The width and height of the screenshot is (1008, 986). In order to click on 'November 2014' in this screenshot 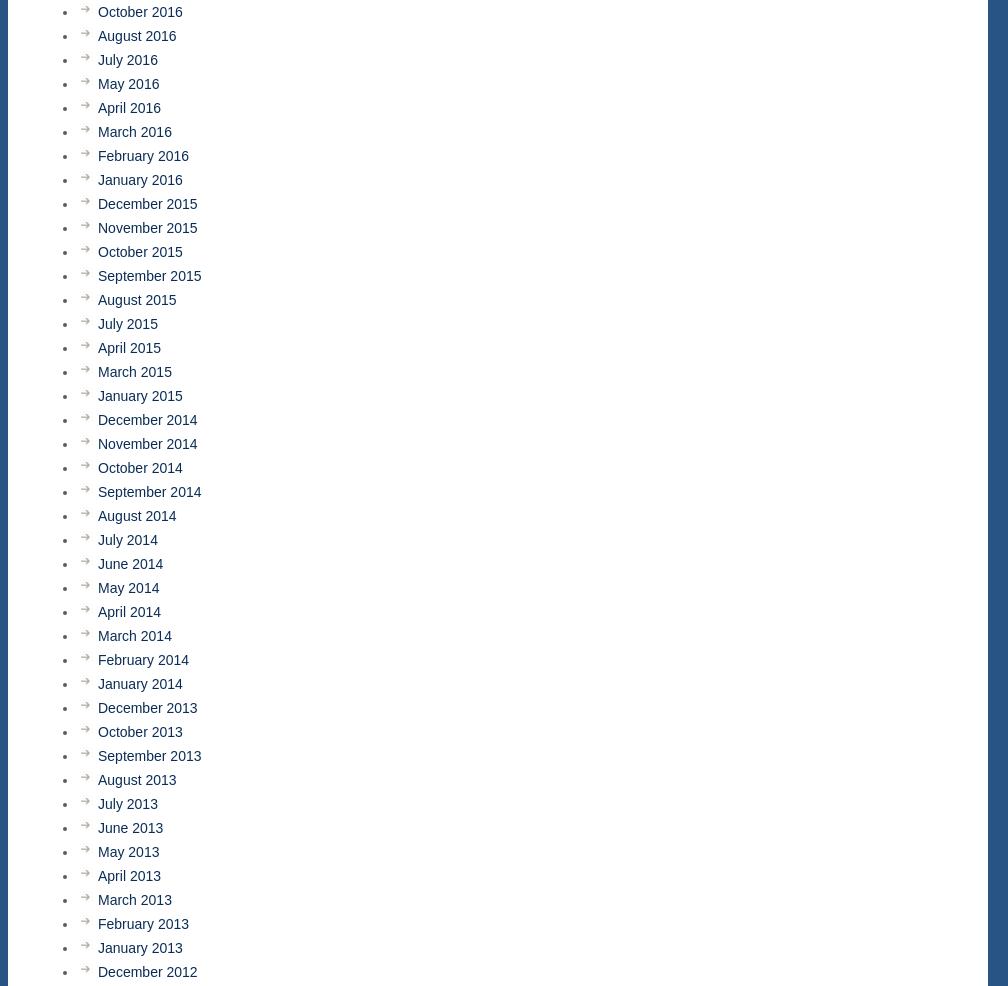, I will do `click(147, 443)`.